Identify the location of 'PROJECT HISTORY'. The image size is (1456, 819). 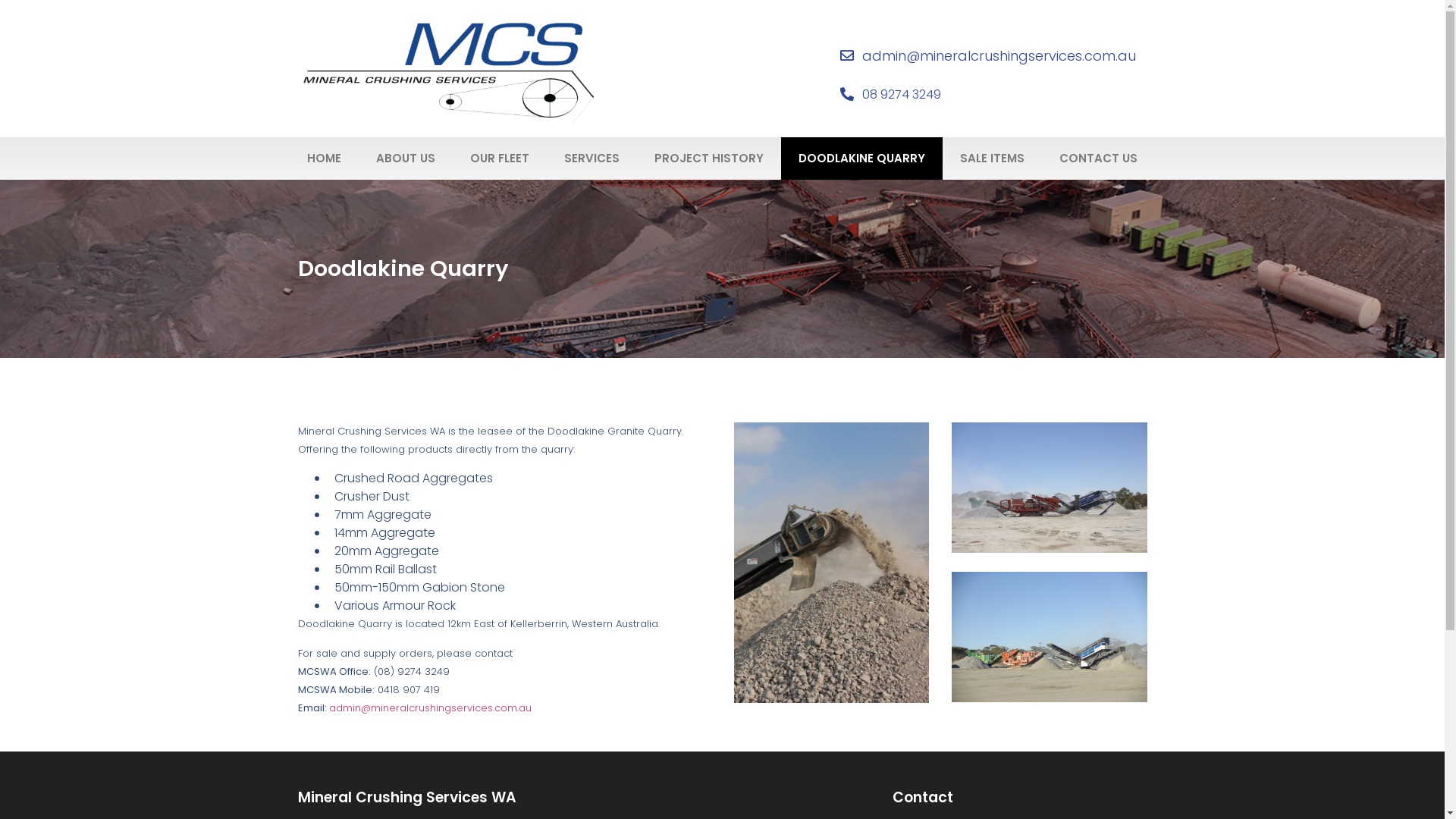
(708, 158).